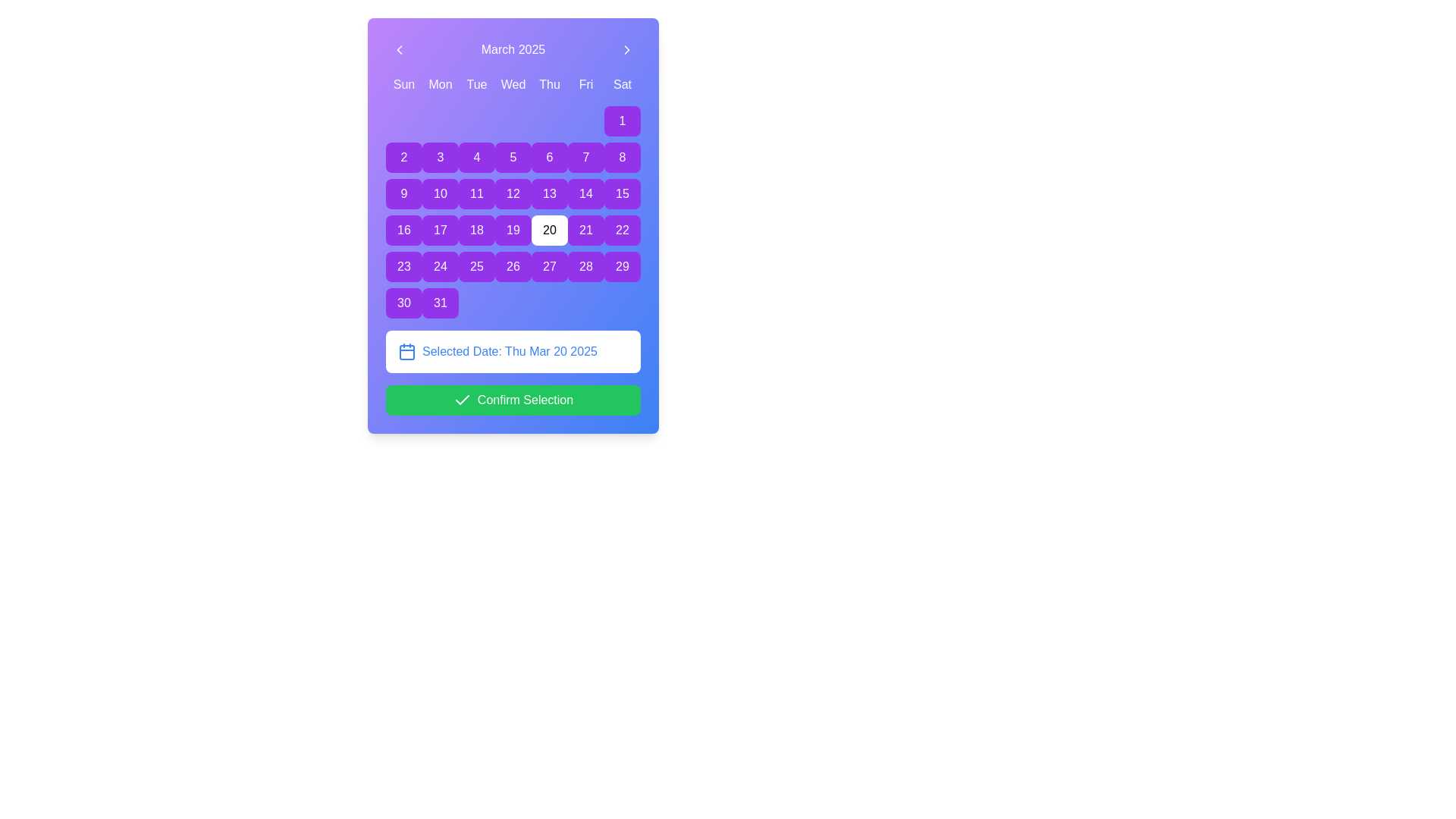  Describe the element at coordinates (513, 84) in the screenshot. I see `the Text header row that displays the days of the week (Sun, Mon, Tue, Wed, Thu, Fri, Sat) centered below 'March 2025' in the calendar layout` at that location.